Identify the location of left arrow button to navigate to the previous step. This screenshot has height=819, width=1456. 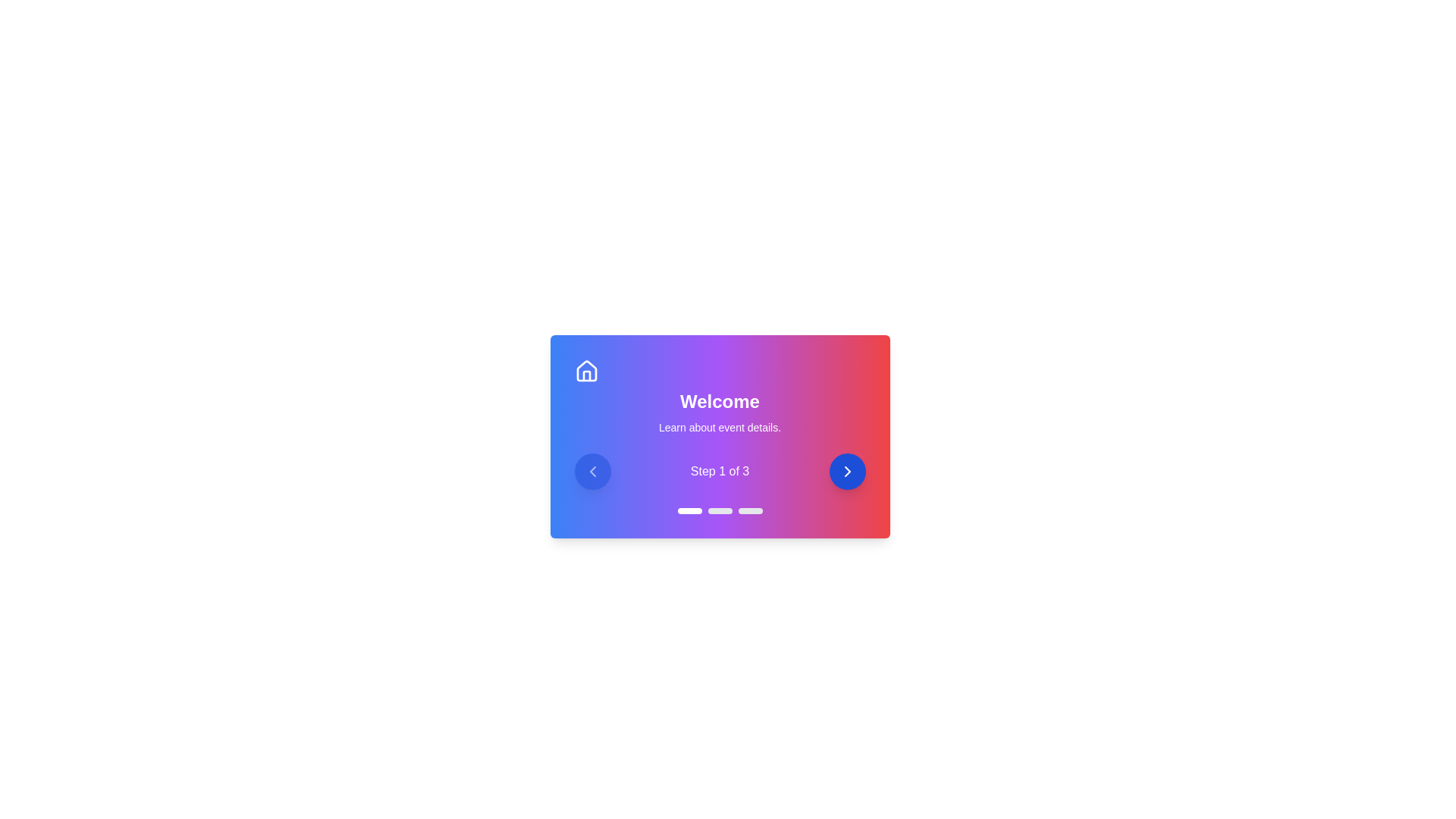
(591, 470).